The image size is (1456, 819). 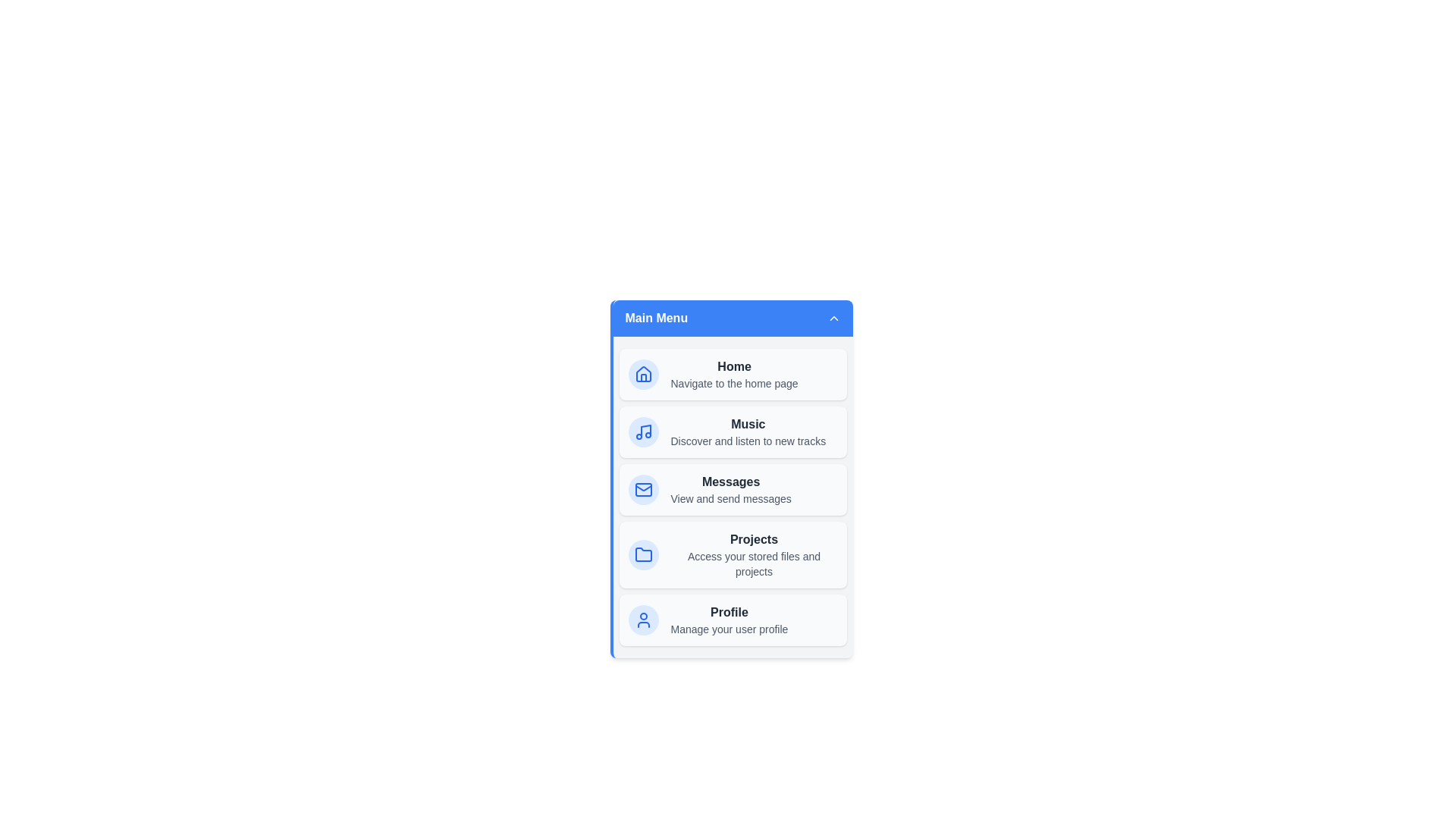 What do you see at coordinates (733, 489) in the screenshot?
I see `the menu item corresponding to Messages` at bounding box center [733, 489].